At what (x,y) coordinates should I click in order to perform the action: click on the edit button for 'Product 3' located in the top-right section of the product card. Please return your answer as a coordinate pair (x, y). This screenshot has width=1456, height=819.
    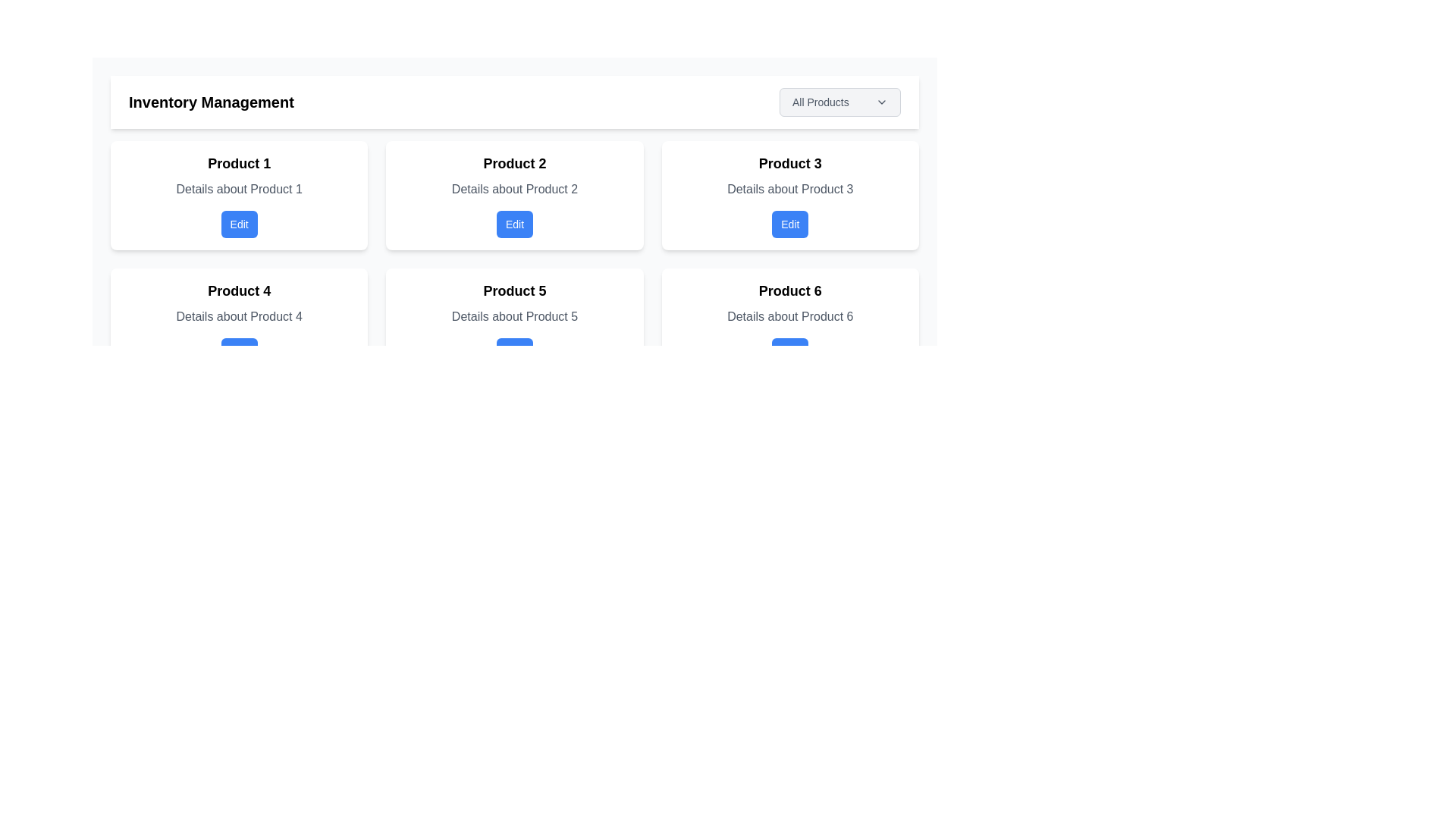
    Looking at the image, I should click on (789, 224).